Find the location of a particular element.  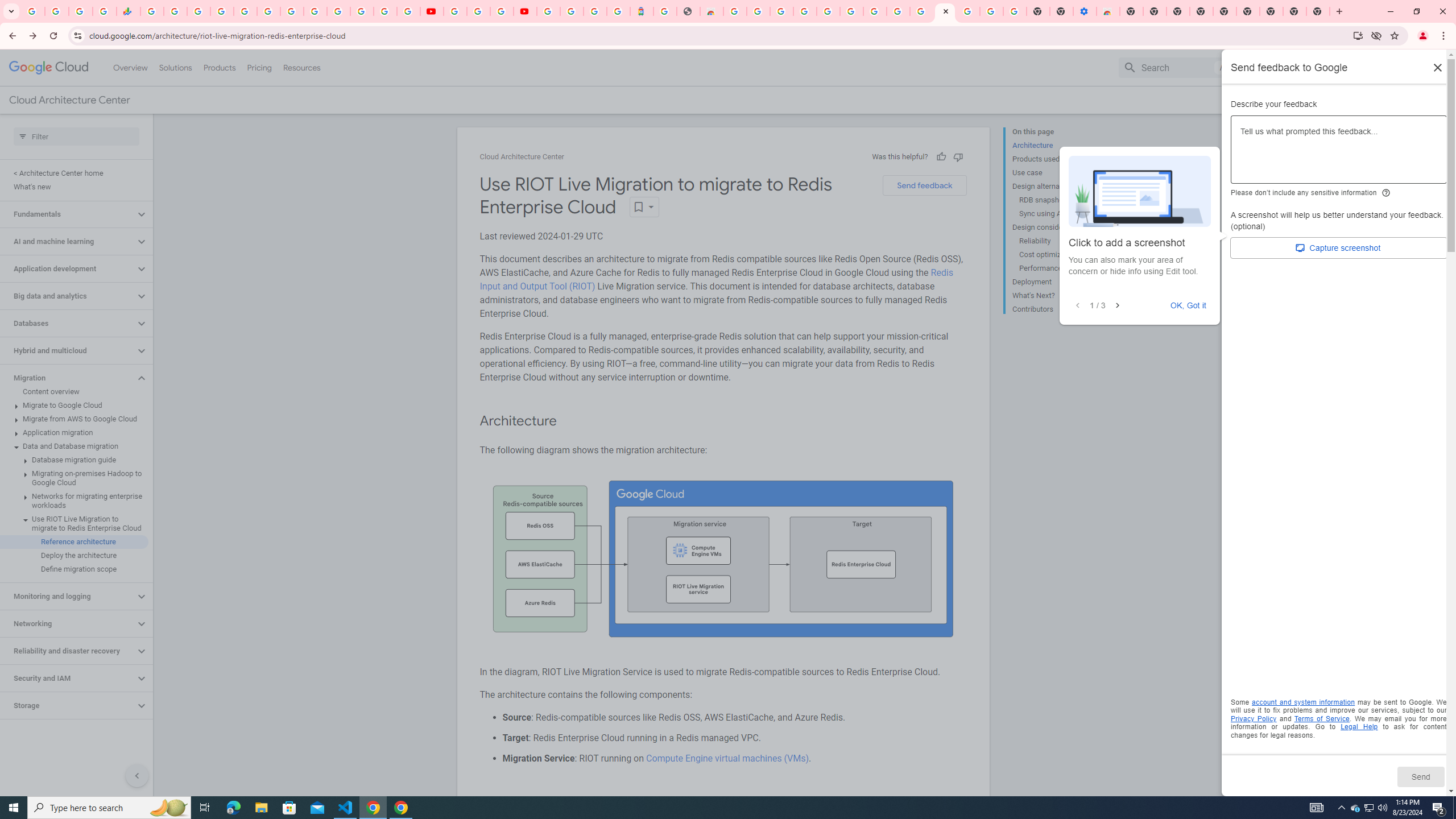

'account and system information' is located at coordinates (1303, 702).